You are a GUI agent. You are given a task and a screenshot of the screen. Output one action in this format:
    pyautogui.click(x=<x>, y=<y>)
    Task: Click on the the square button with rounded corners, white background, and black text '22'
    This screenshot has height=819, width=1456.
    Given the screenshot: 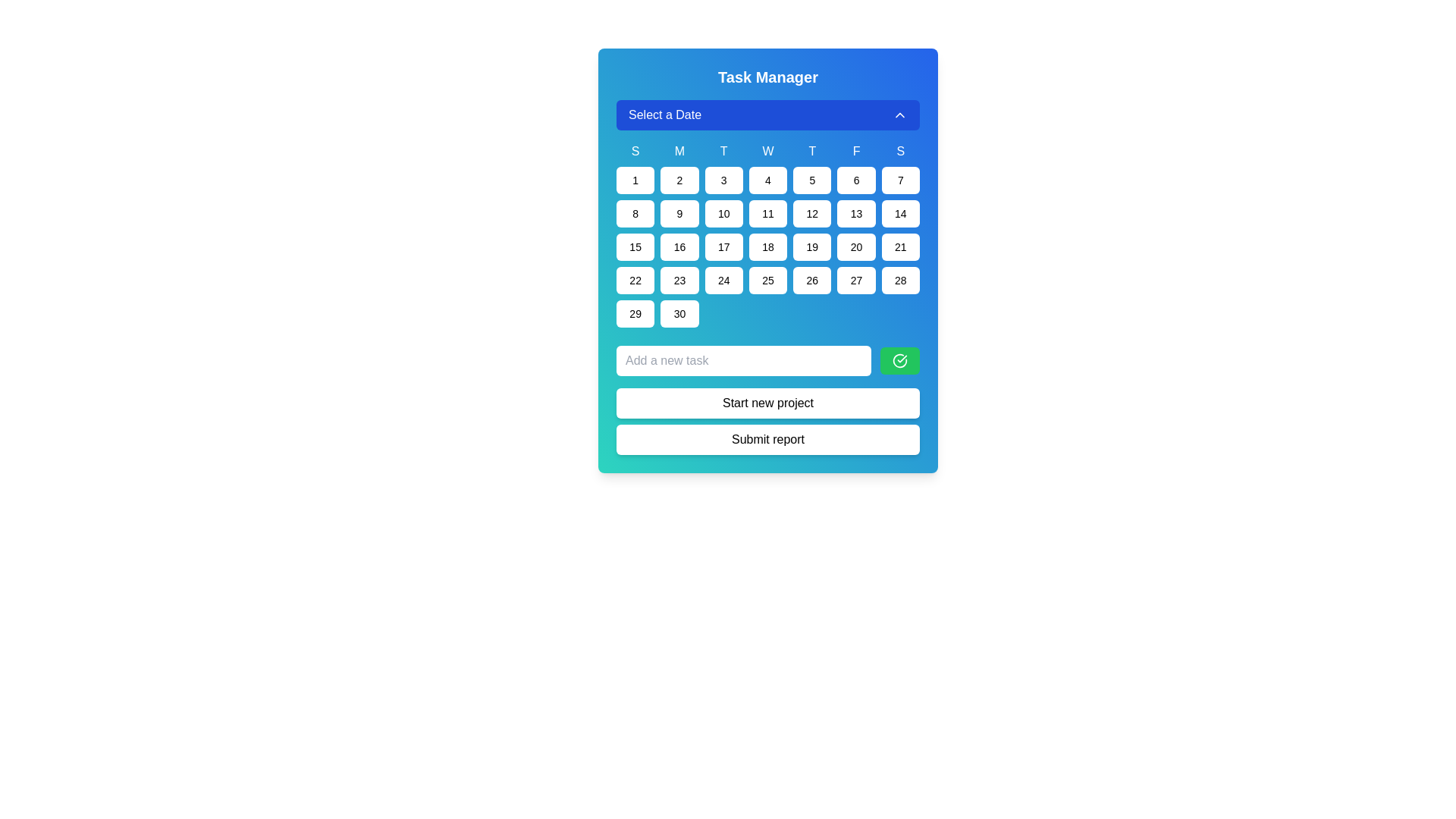 What is the action you would take?
    pyautogui.click(x=635, y=281)
    